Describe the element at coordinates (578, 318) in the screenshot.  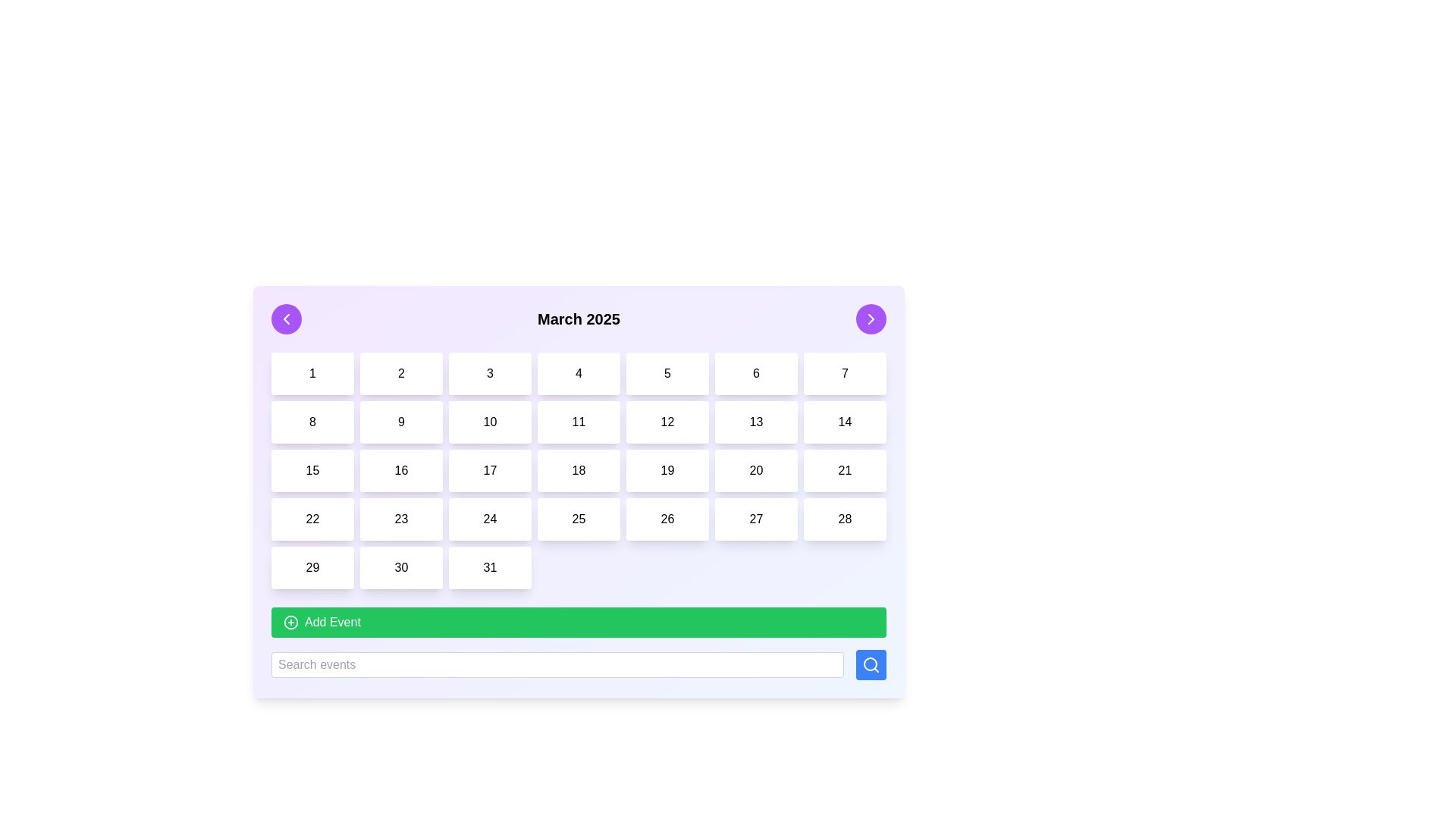
I see `the header text label of the calendar interface that indicates the currently displayed month and year` at that location.